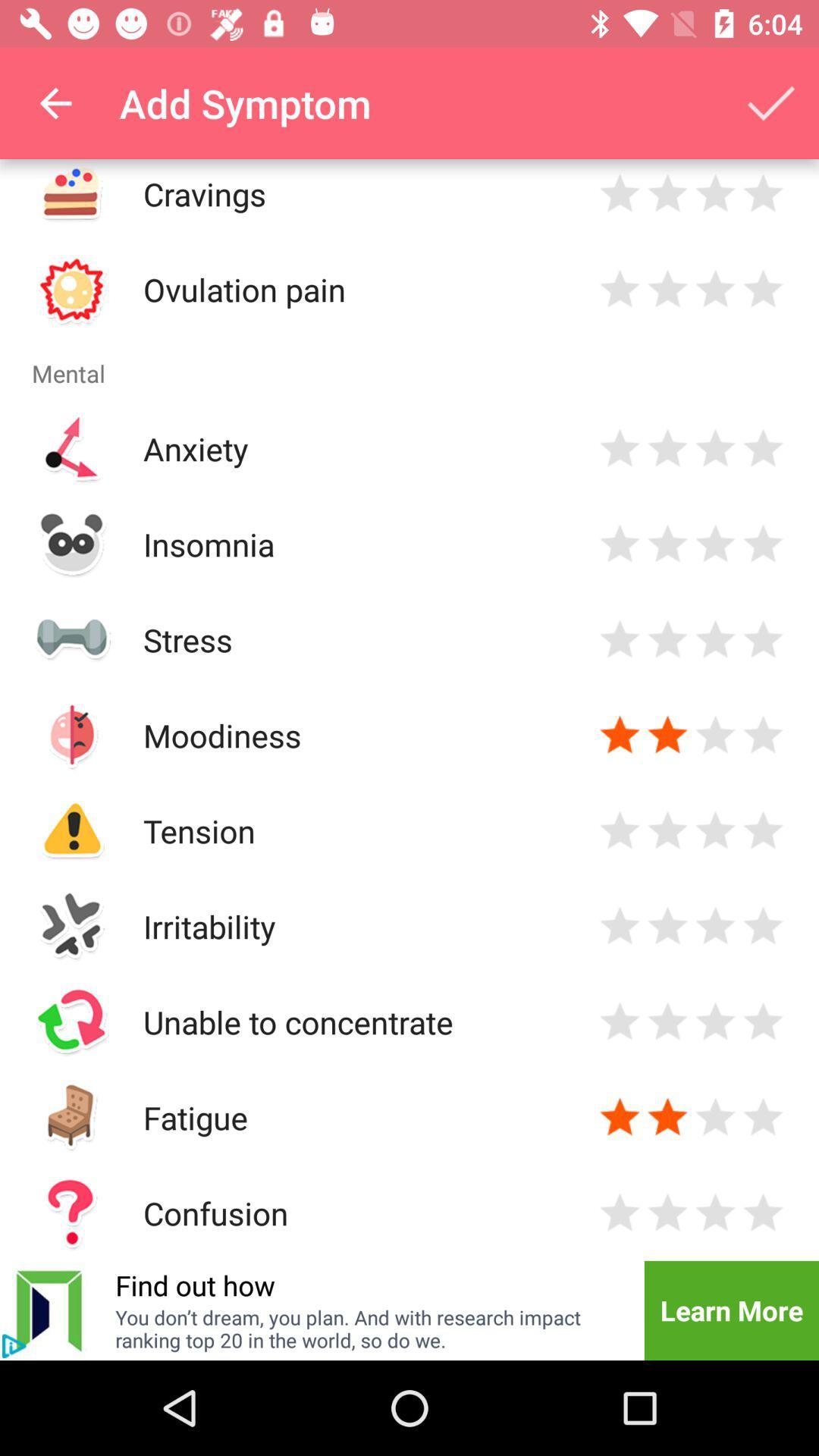  I want to click on rate 3 stars, so click(715, 1021).